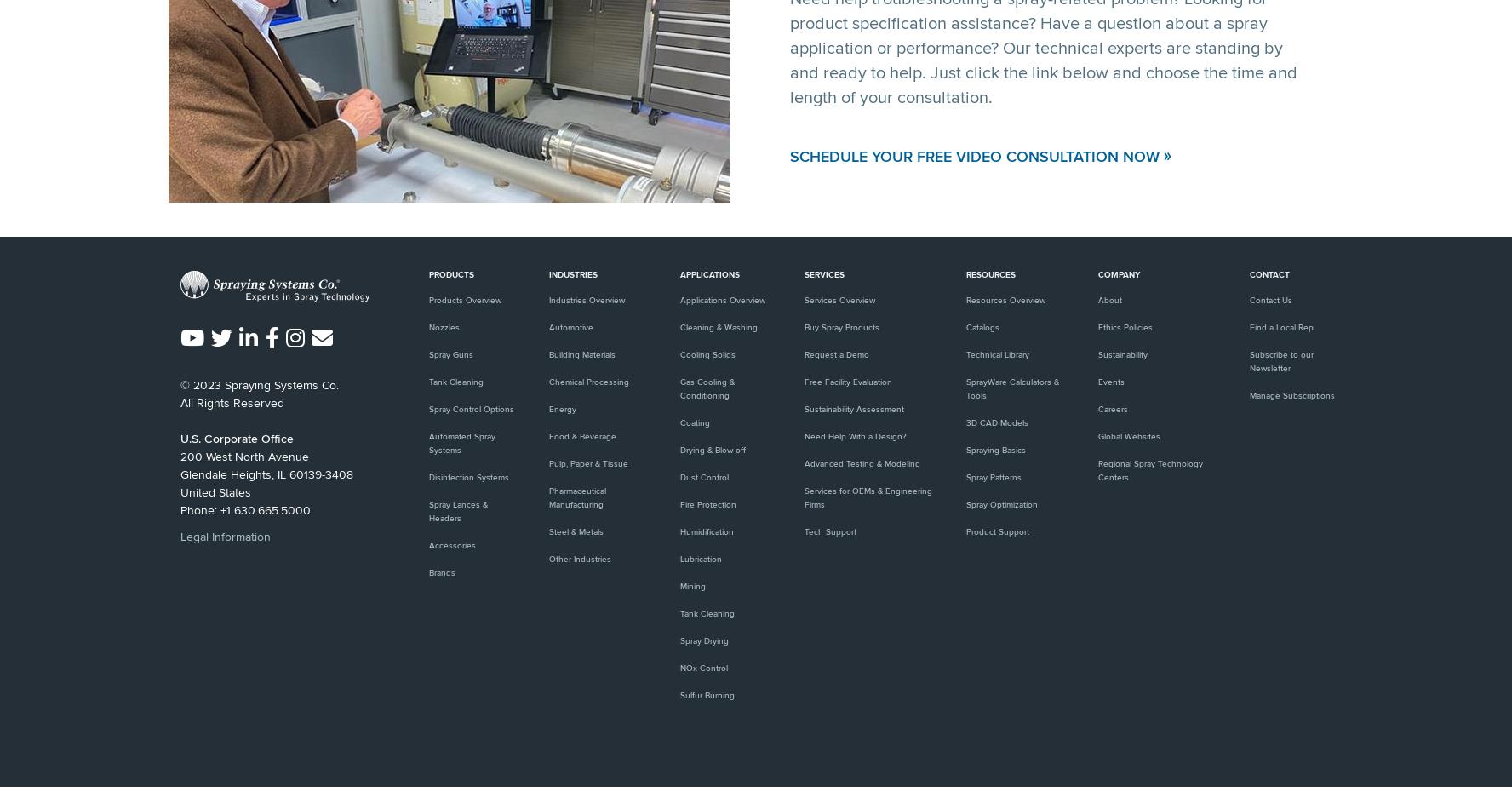 Image resolution: width=1512 pixels, height=804 pixels. I want to click on 'Food & Beverage', so click(548, 436).